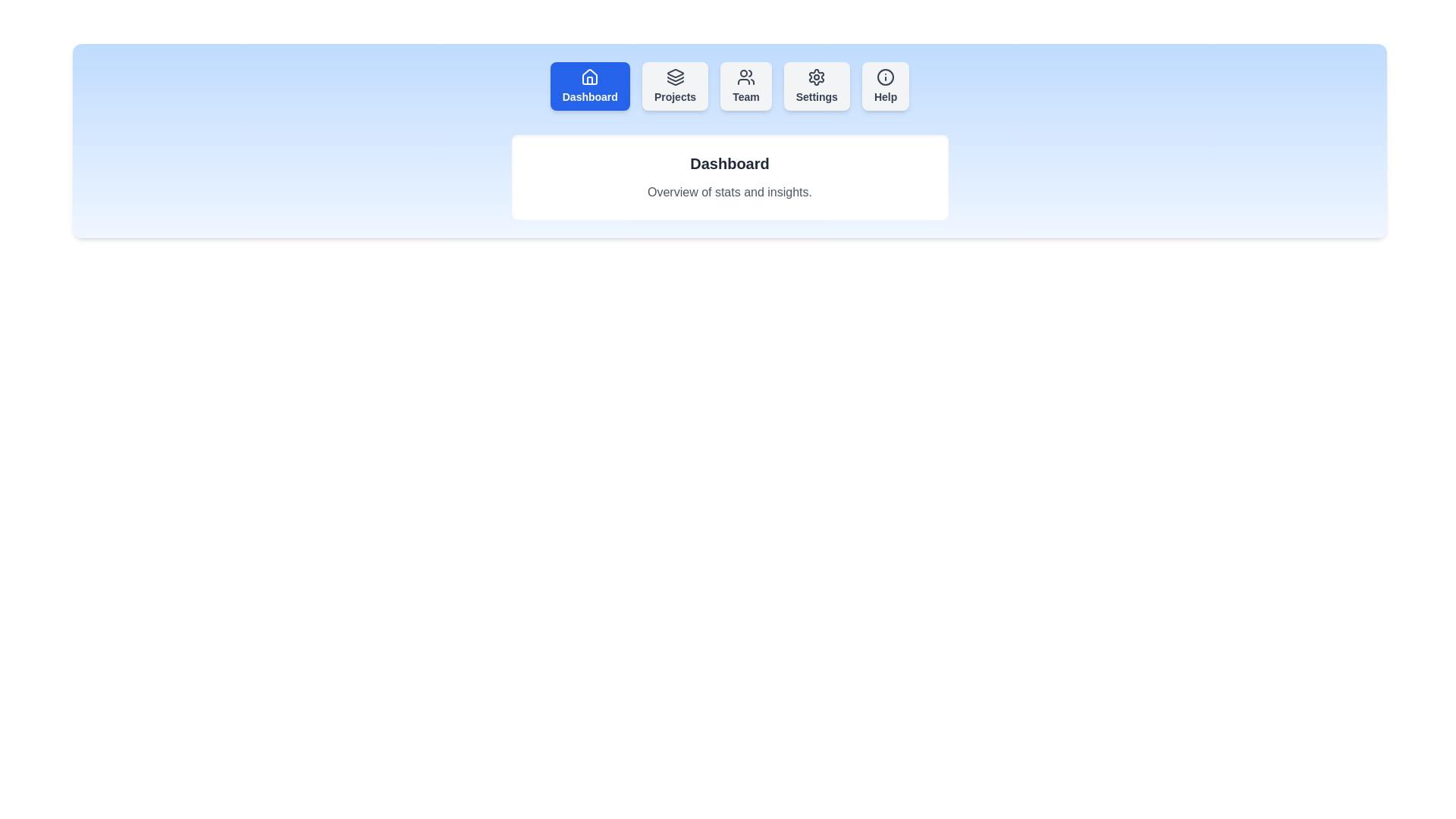  Describe the element at coordinates (745, 86) in the screenshot. I see `the tab button labeled Team` at that location.